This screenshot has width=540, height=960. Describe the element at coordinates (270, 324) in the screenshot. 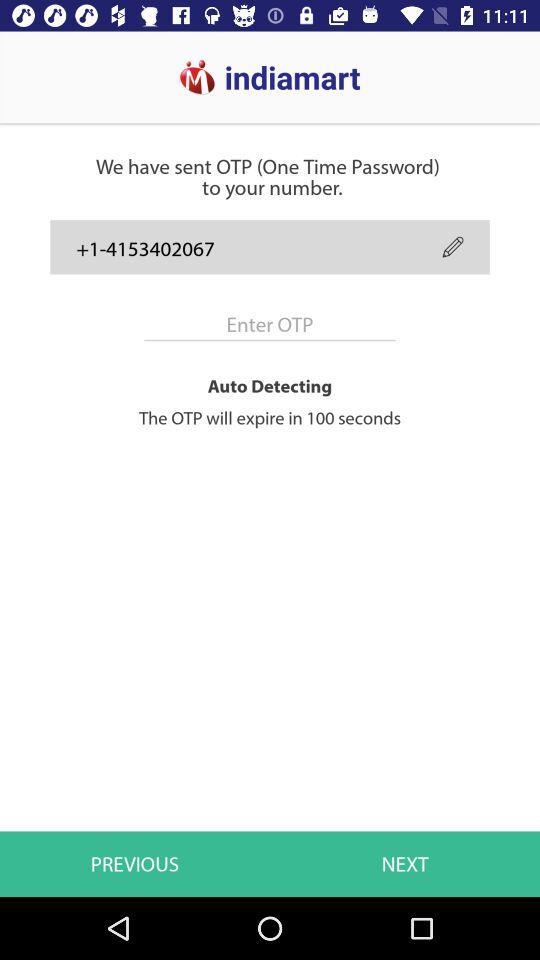

I see `item above auto detecting item` at that location.